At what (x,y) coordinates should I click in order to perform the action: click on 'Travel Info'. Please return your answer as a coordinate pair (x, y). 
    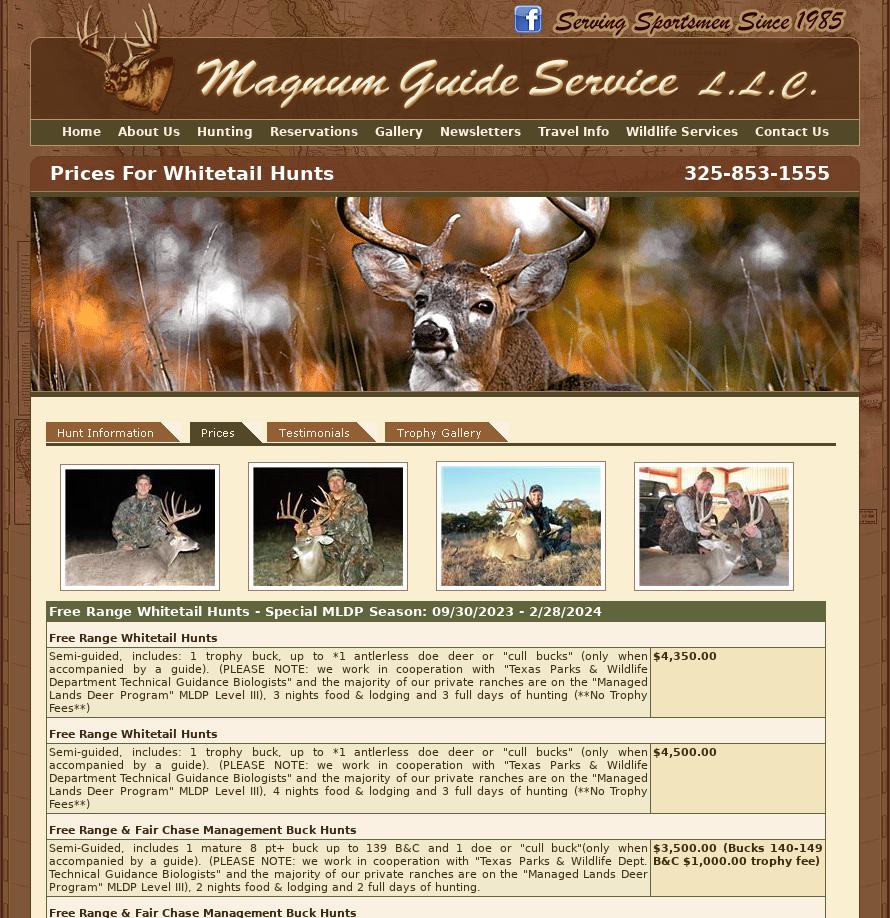
    Looking at the image, I should click on (571, 131).